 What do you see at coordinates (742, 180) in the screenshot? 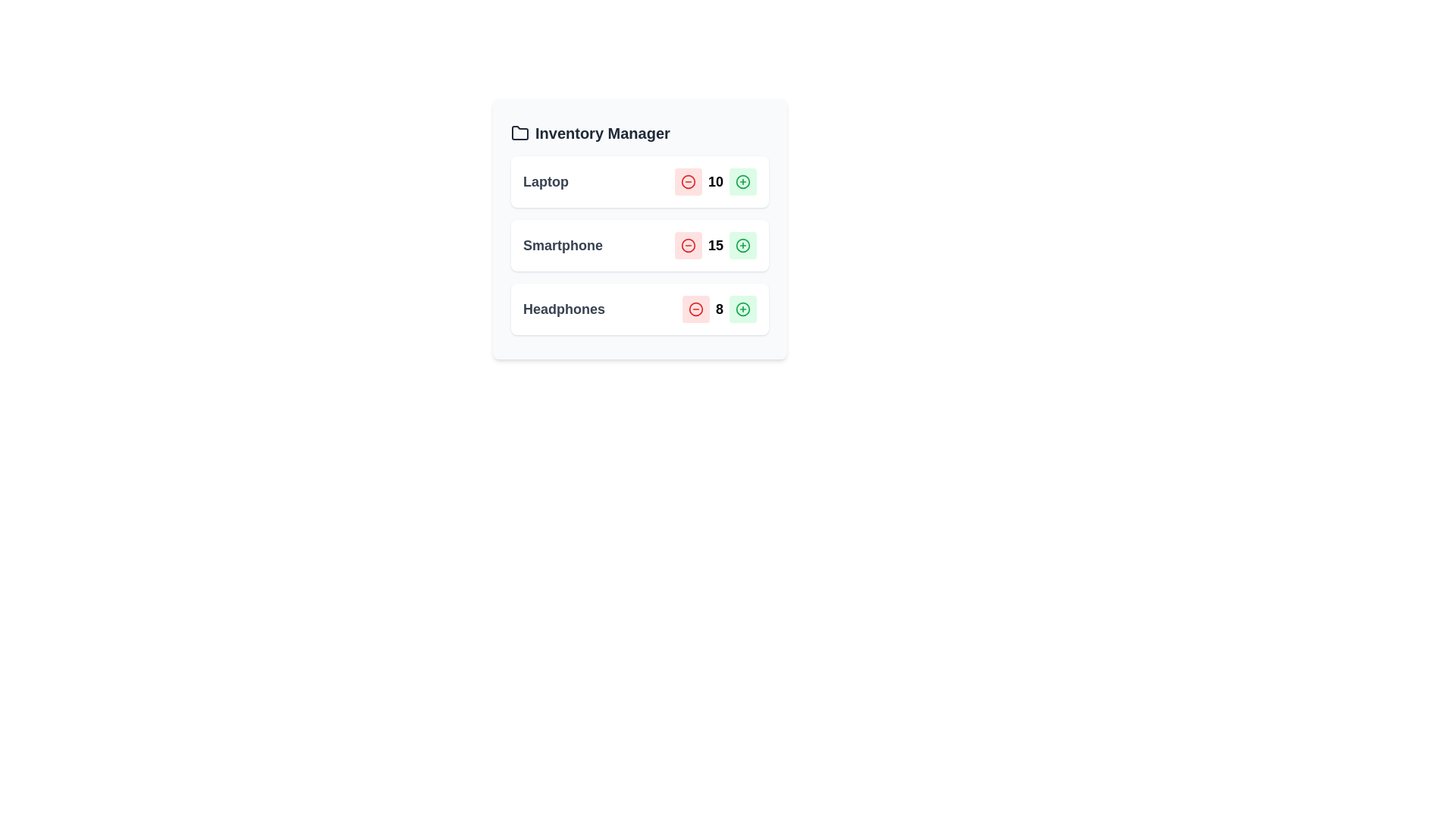
I see `plus button for the Laptop item` at bounding box center [742, 180].